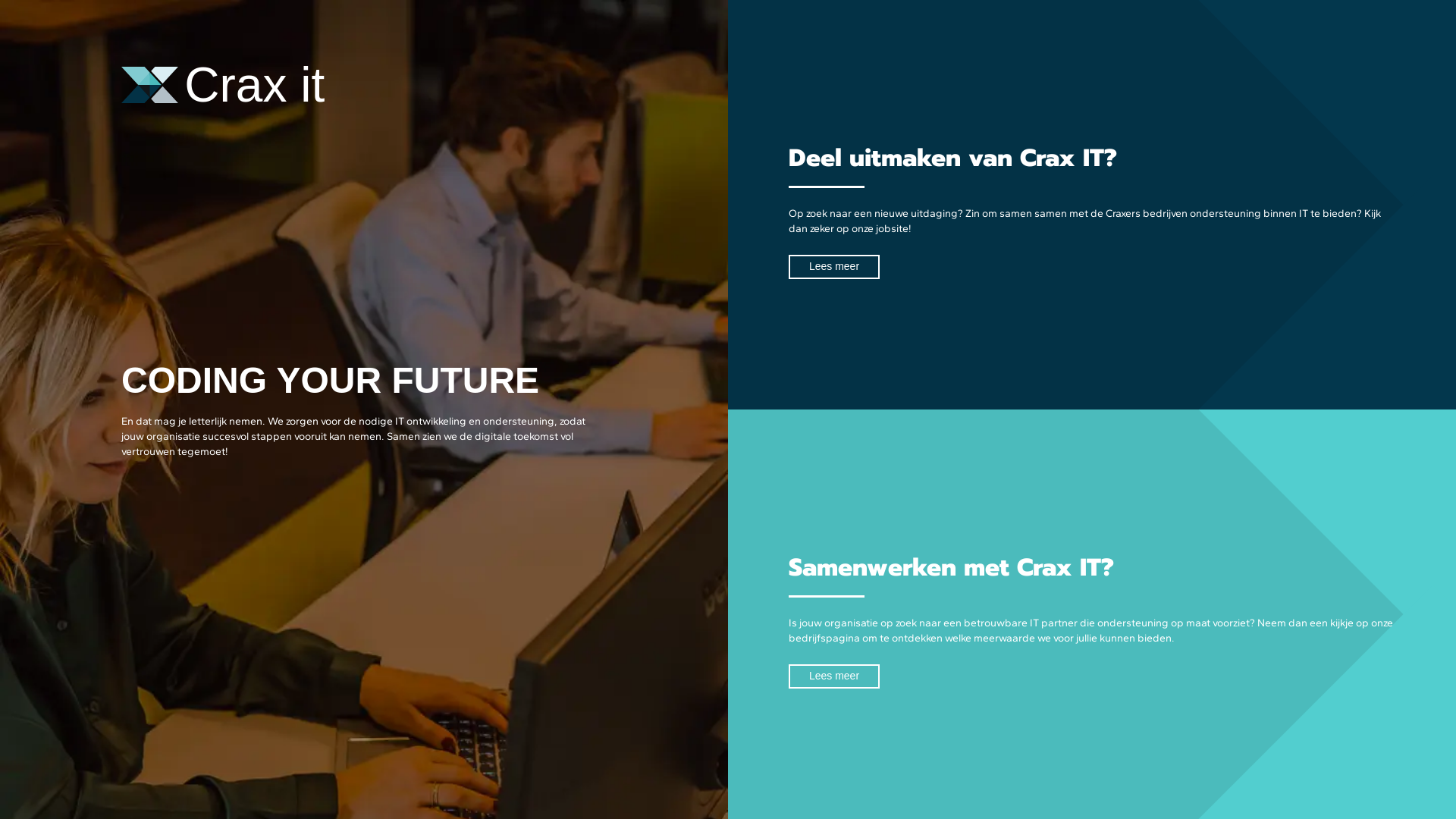 The height and width of the screenshot is (819, 1456). Describe the element at coordinates (833, 675) in the screenshot. I see `'Lees meer'` at that location.